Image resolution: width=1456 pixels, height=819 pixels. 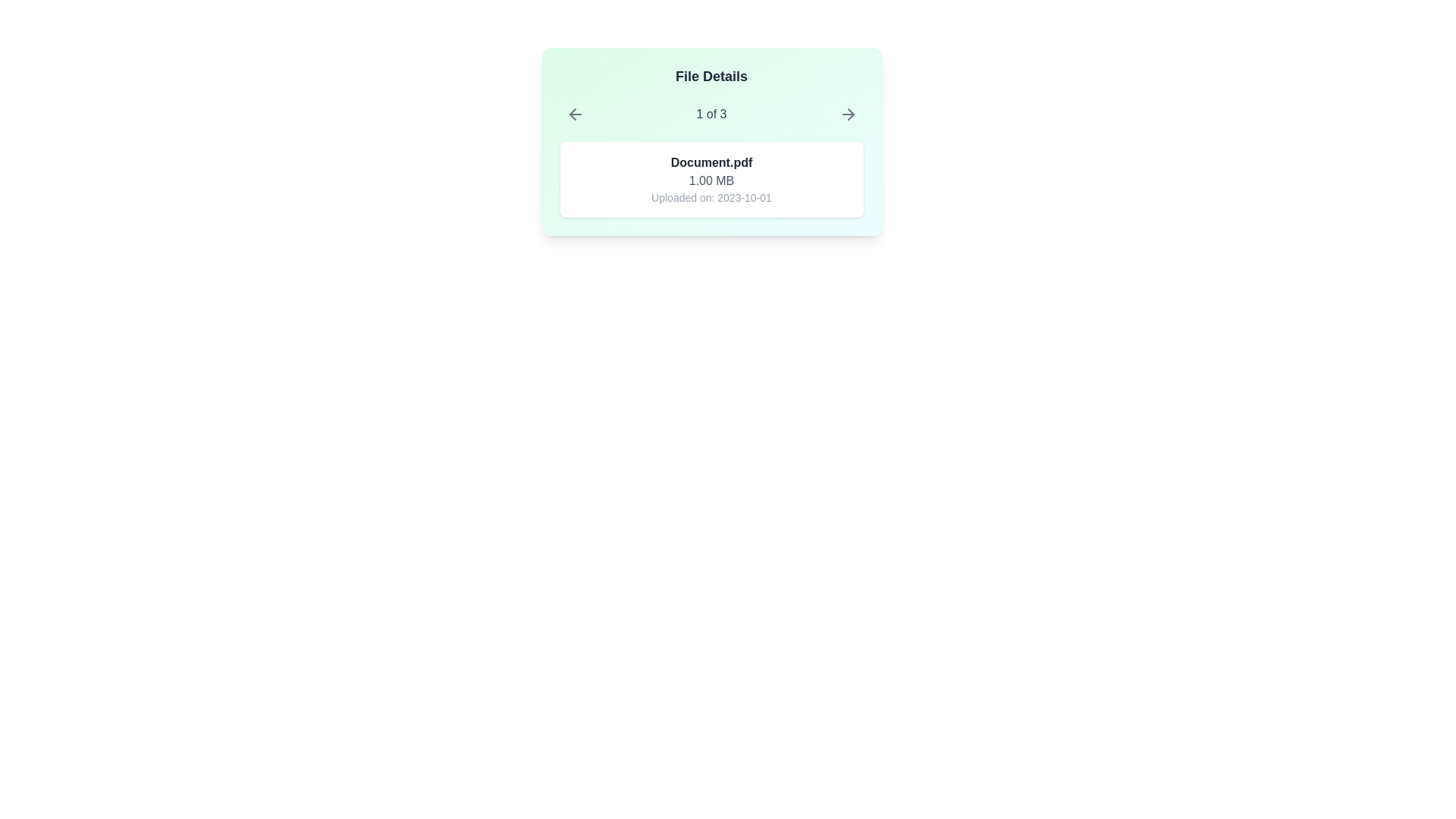 I want to click on the Text Label that serves as the heading for the section at the top of the card, so click(x=711, y=76).